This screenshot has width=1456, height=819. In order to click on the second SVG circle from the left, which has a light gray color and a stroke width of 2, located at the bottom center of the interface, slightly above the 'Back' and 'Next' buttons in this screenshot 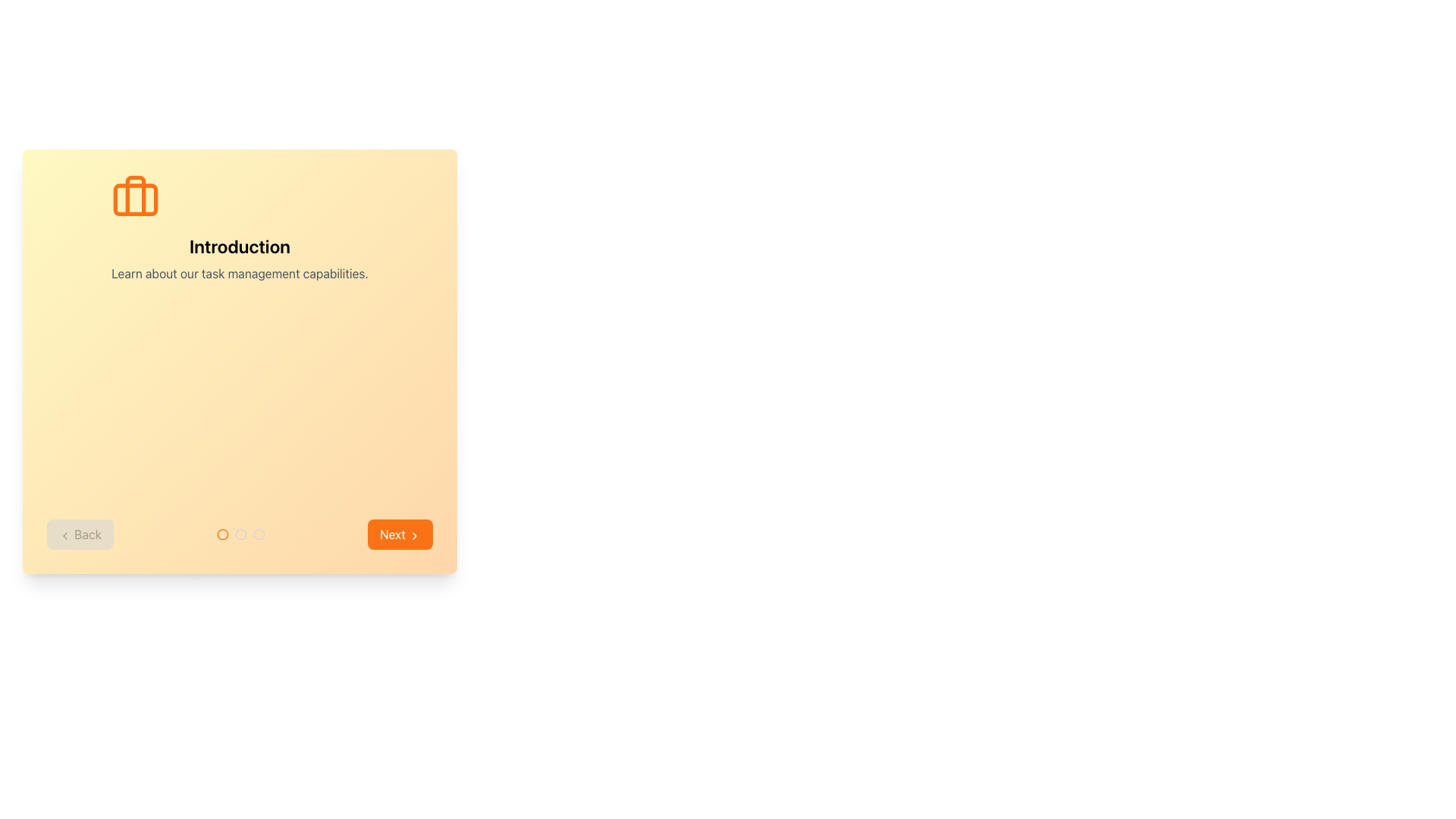, I will do `click(259, 534)`.